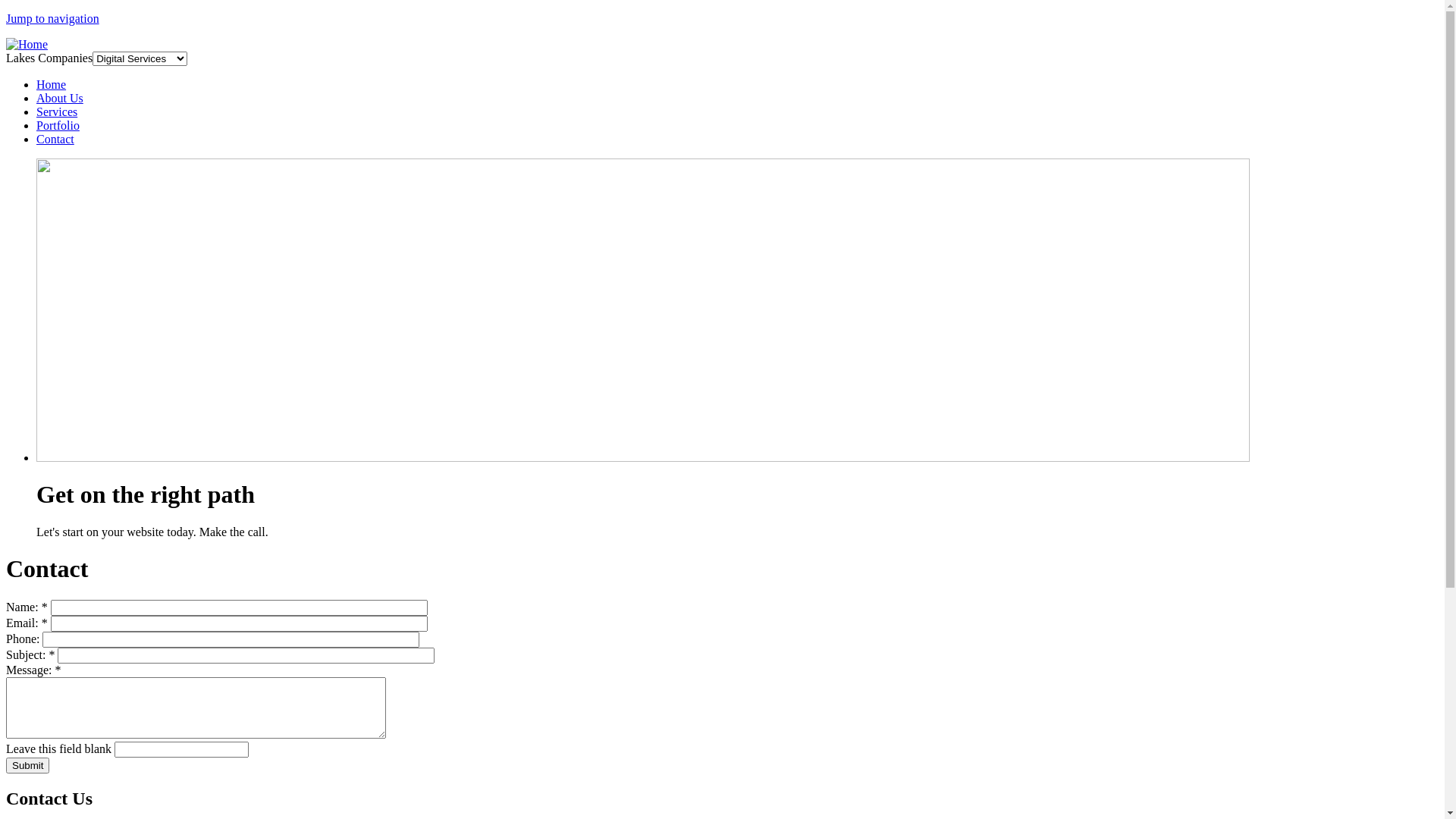 This screenshot has width=1456, height=819. I want to click on 'Contact', so click(55, 139).